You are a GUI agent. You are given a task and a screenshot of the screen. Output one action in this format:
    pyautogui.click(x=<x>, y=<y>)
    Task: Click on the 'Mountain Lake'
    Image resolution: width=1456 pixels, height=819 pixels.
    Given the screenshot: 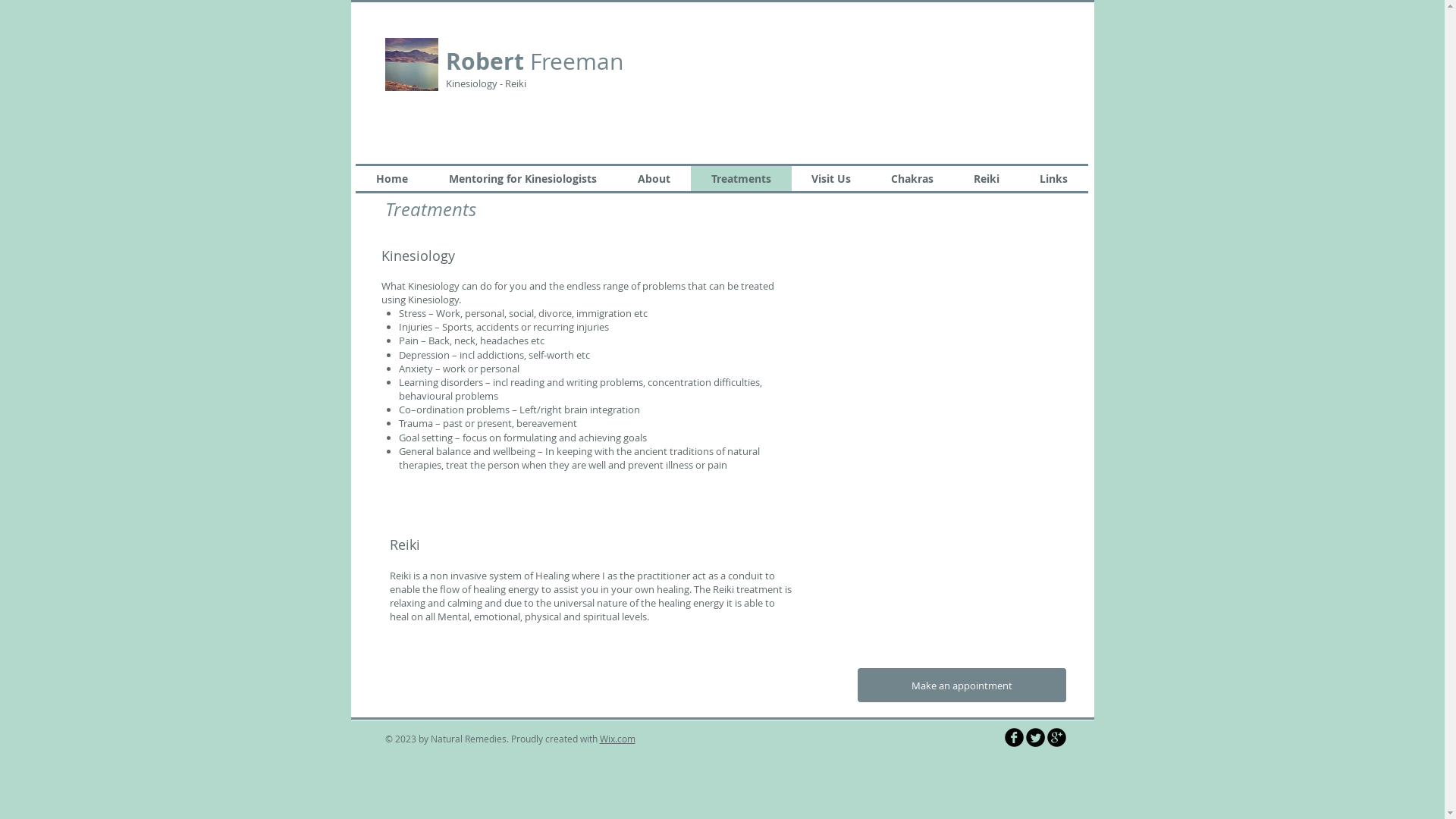 What is the action you would take?
    pyautogui.click(x=411, y=63)
    